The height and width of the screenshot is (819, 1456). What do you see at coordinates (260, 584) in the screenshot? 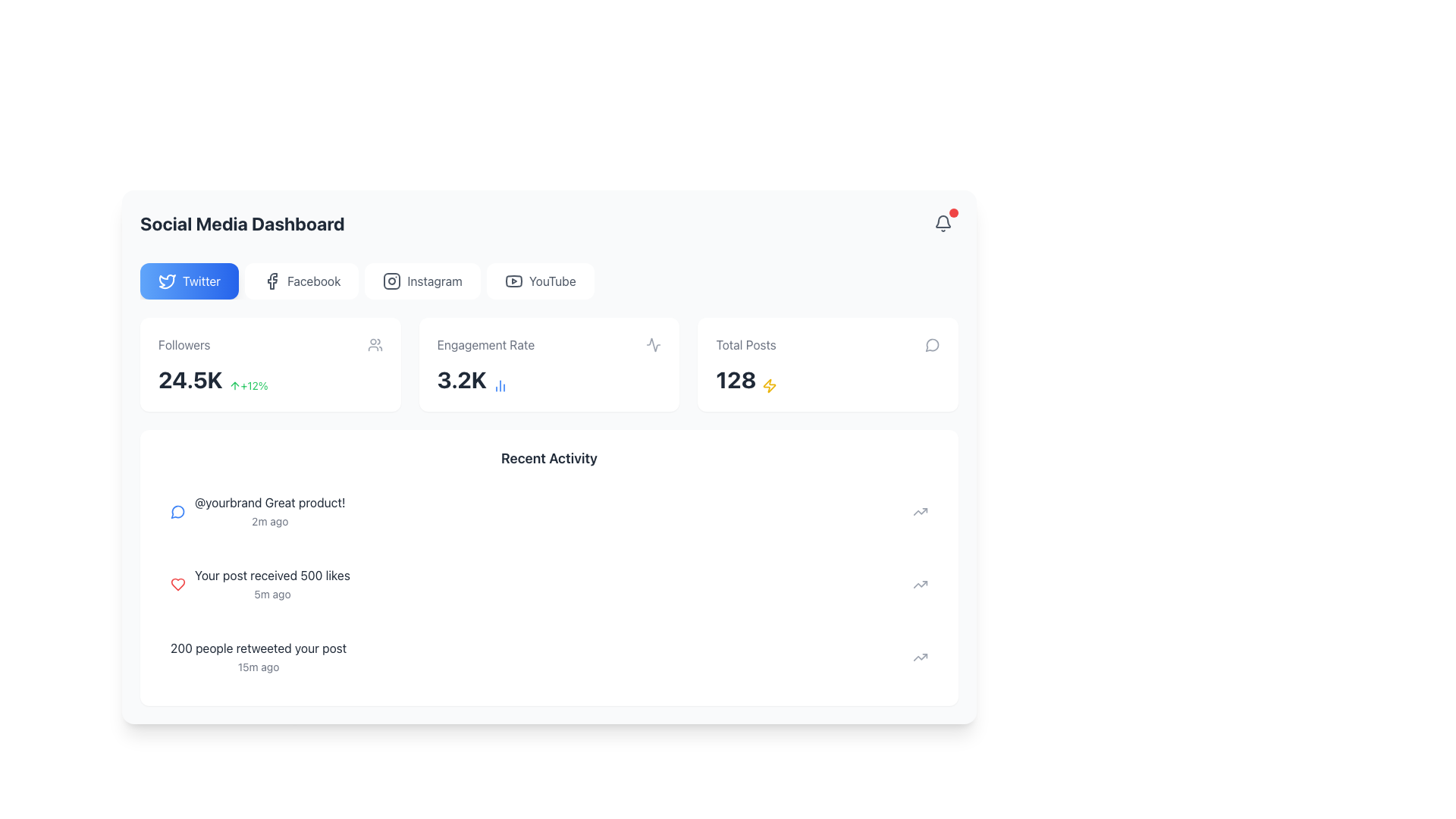
I see `the text label in the 'Recent Activity' section that displays the number of likes received on a post, located between two activity messages` at bounding box center [260, 584].